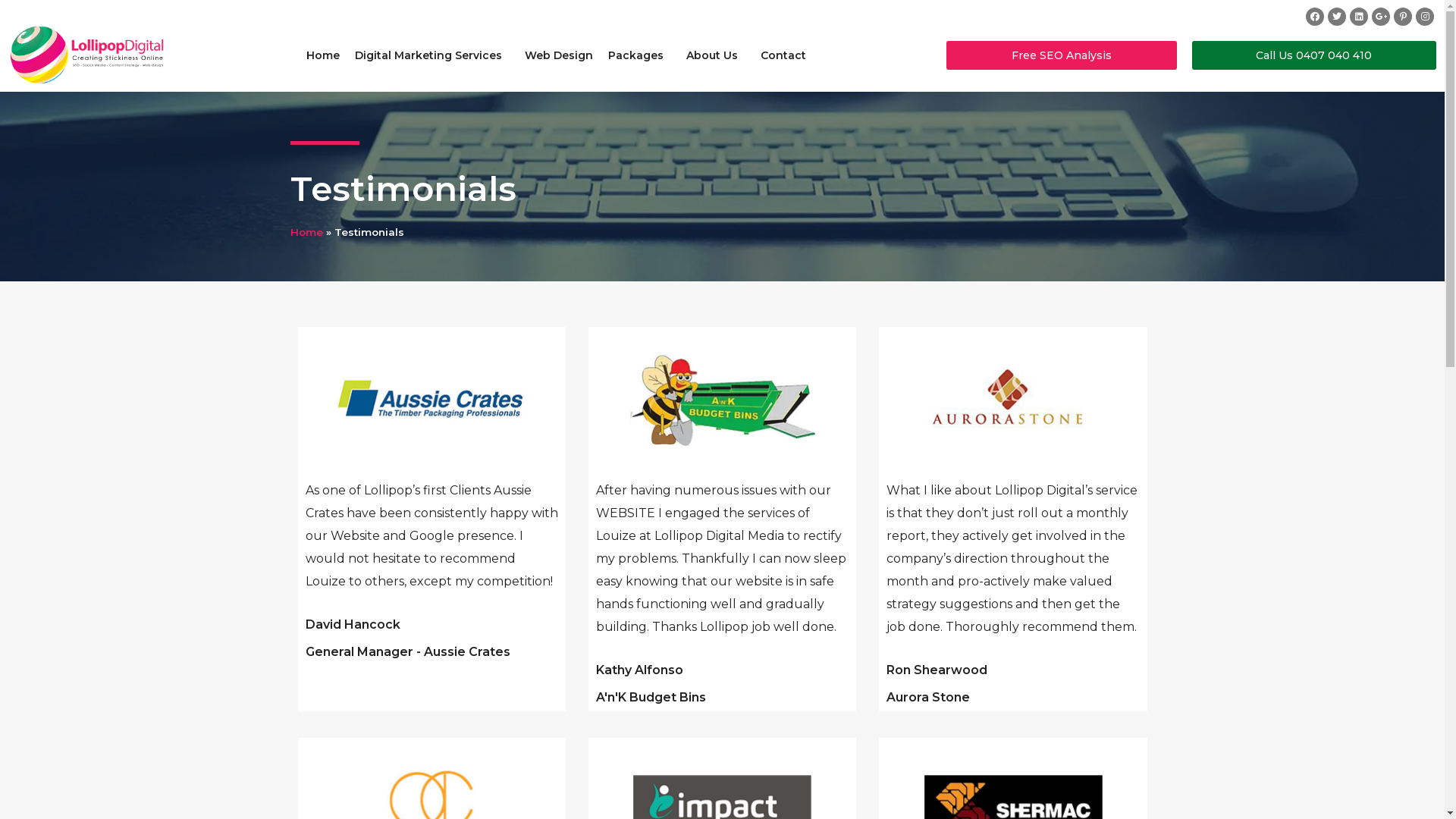  Describe the element at coordinates (431, 55) in the screenshot. I see `'Digital Marketing Services'` at that location.